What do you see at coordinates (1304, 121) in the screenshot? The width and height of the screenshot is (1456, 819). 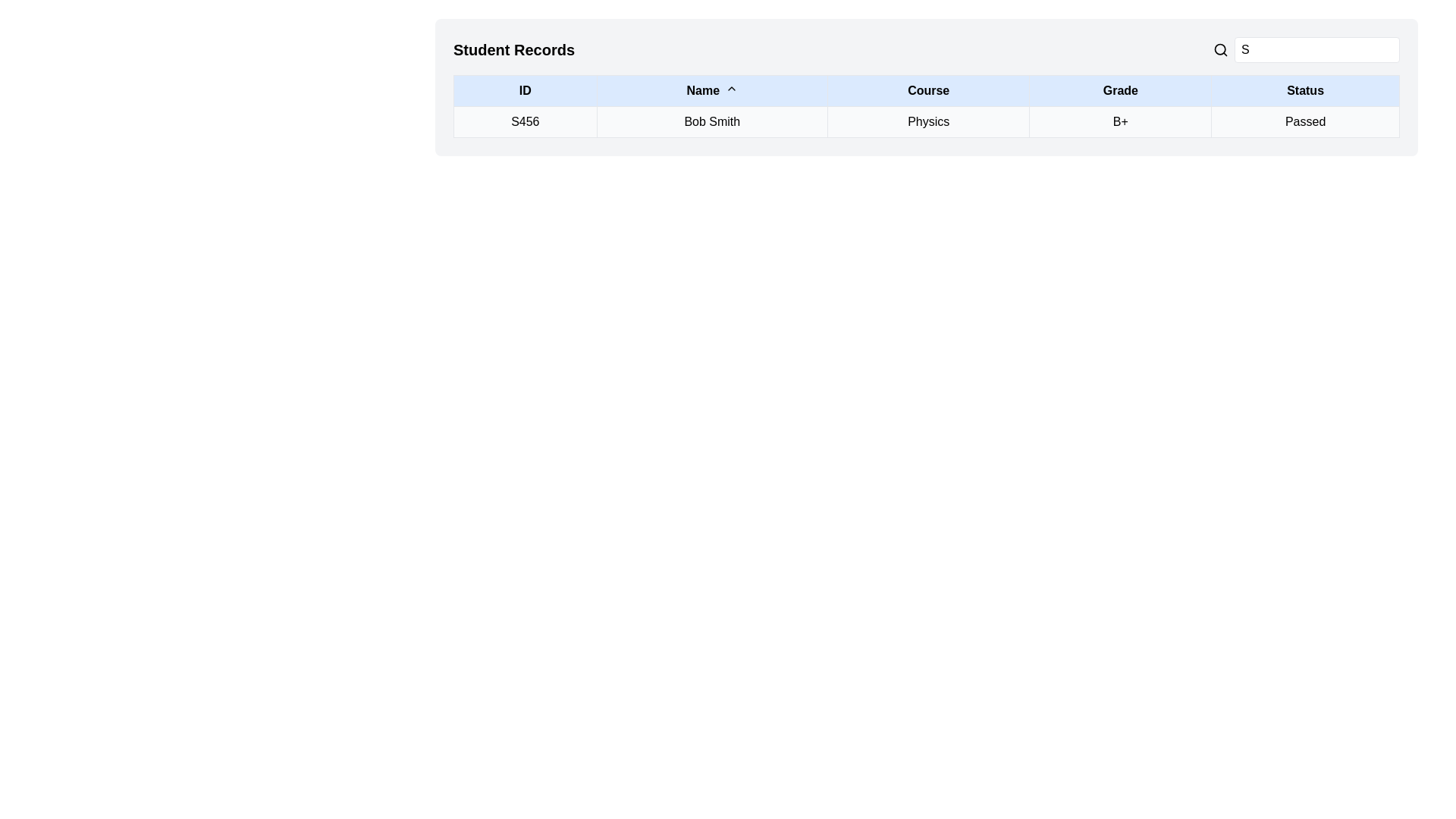 I see `the static text element displaying 'Passed' in the last column of the 'Student Records' table` at bounding box center [1304, 121].